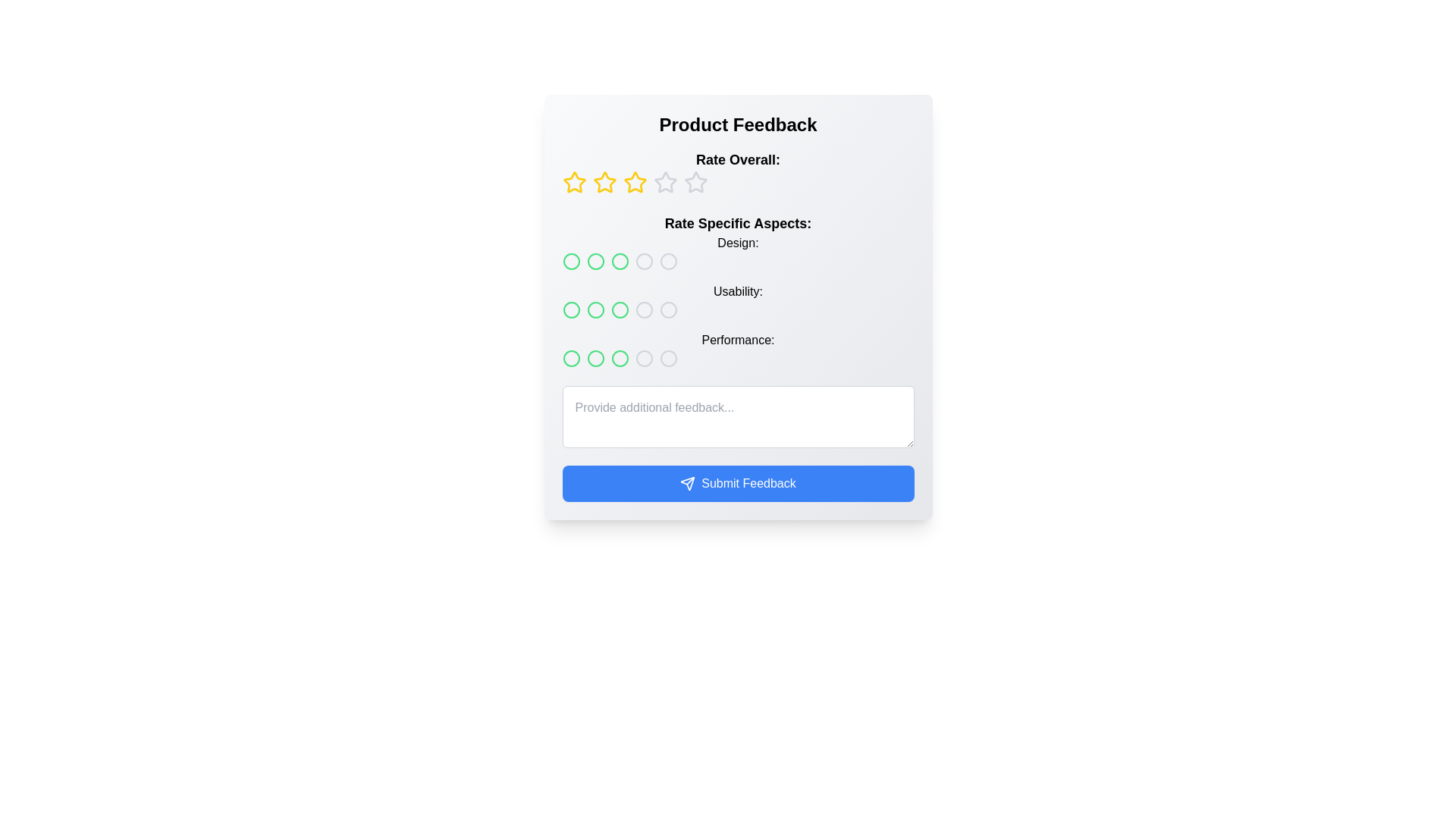  What do you see at coordinates (738, 171) in the screenshot?
I see `the stars in the Rating component located below 'Product Feedback'` at bounding box center [738, 171].